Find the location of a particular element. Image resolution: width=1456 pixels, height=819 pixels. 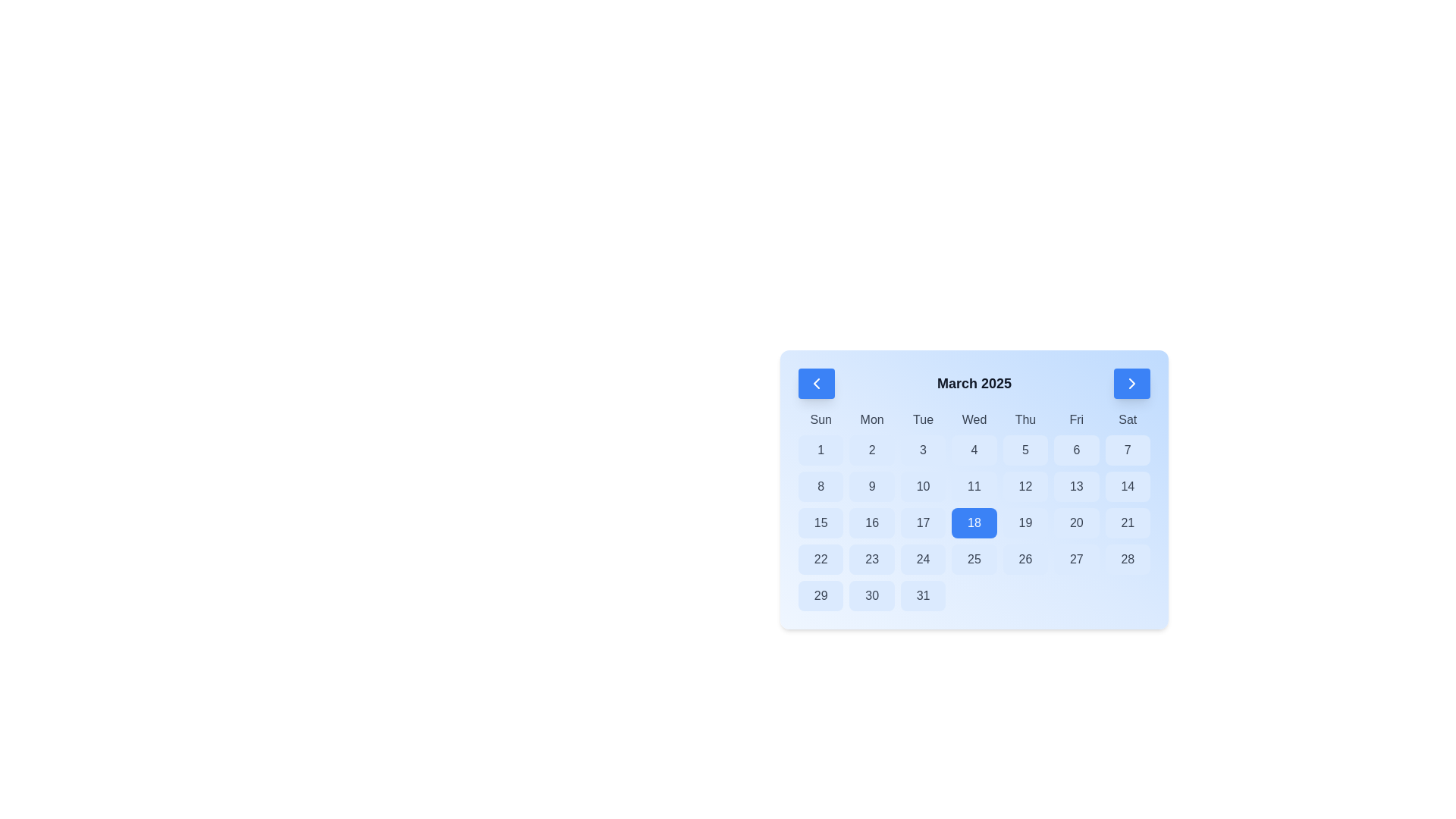

the calendar day button for the 7th, located under the 'Sat' column is located at coordinates (1128, 450).